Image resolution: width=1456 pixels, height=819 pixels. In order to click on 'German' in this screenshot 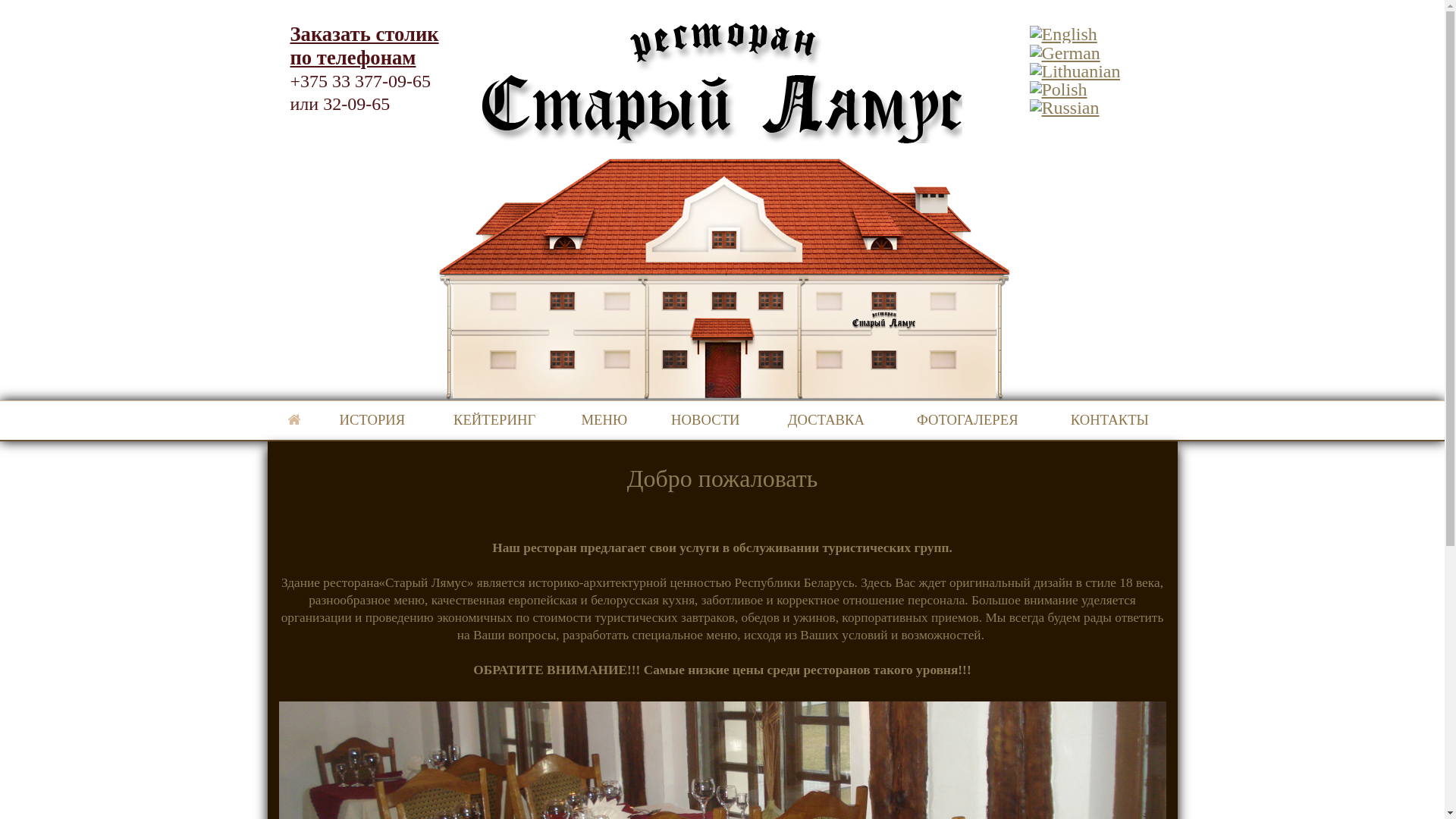, I will do `click(1064, 49)`.